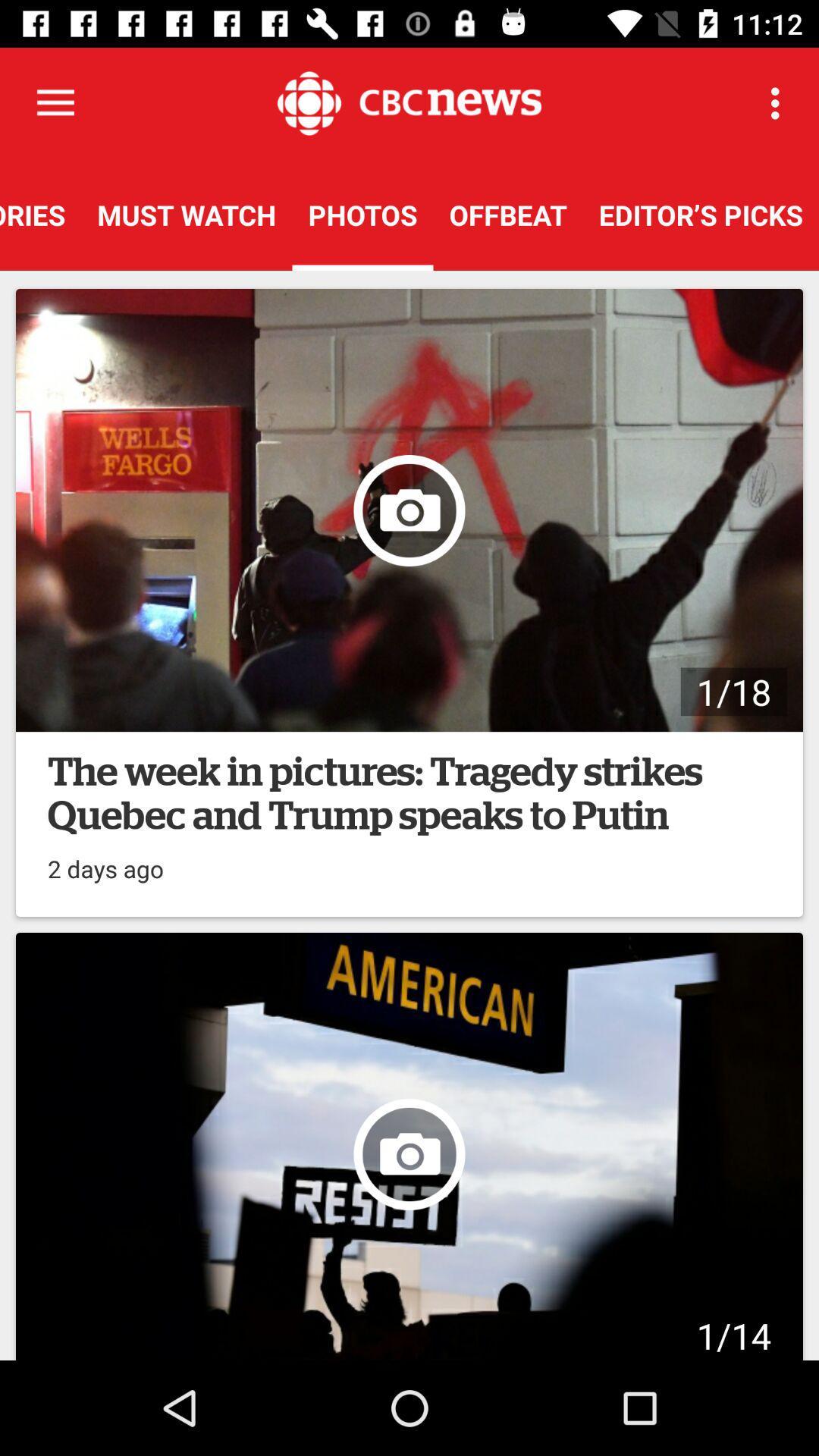 Image resolution: width=819 pixels, height=1456 pixels. Describe the element at coordinates (362, 214) in the screenshot. I see `the item next to the must watch icon` at that location.